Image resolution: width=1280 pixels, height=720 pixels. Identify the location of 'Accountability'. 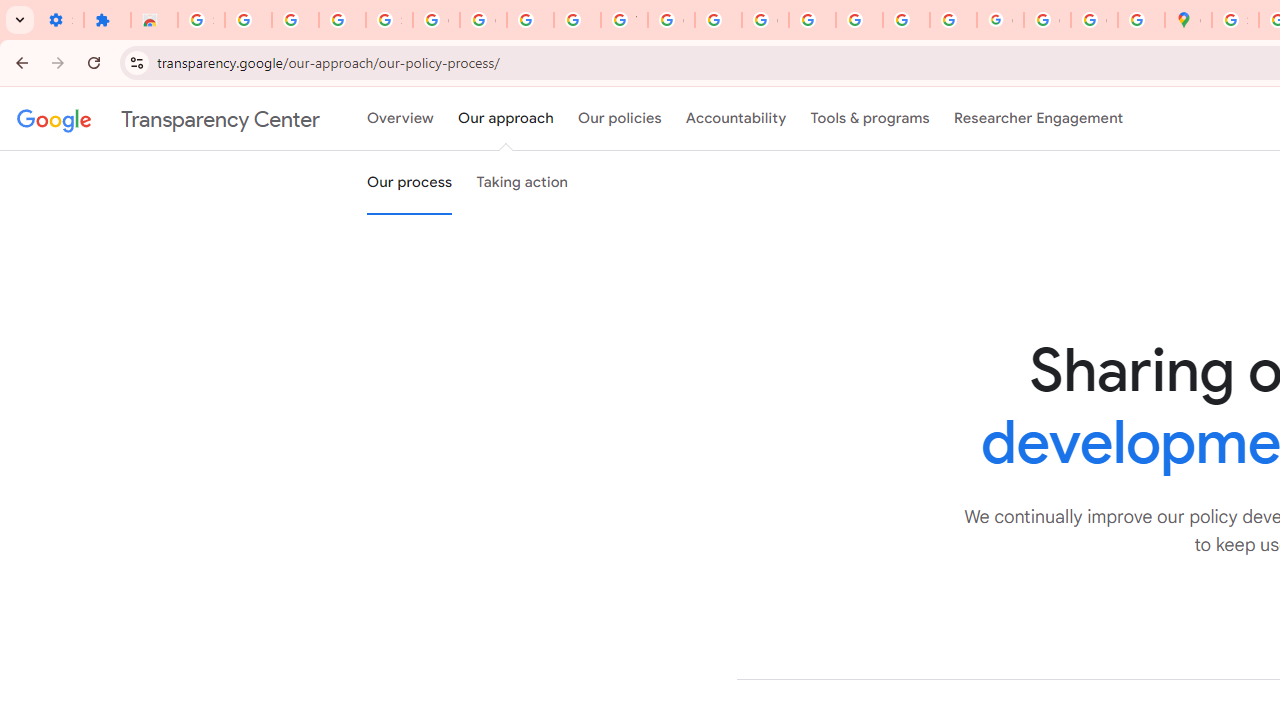
(735, 119).